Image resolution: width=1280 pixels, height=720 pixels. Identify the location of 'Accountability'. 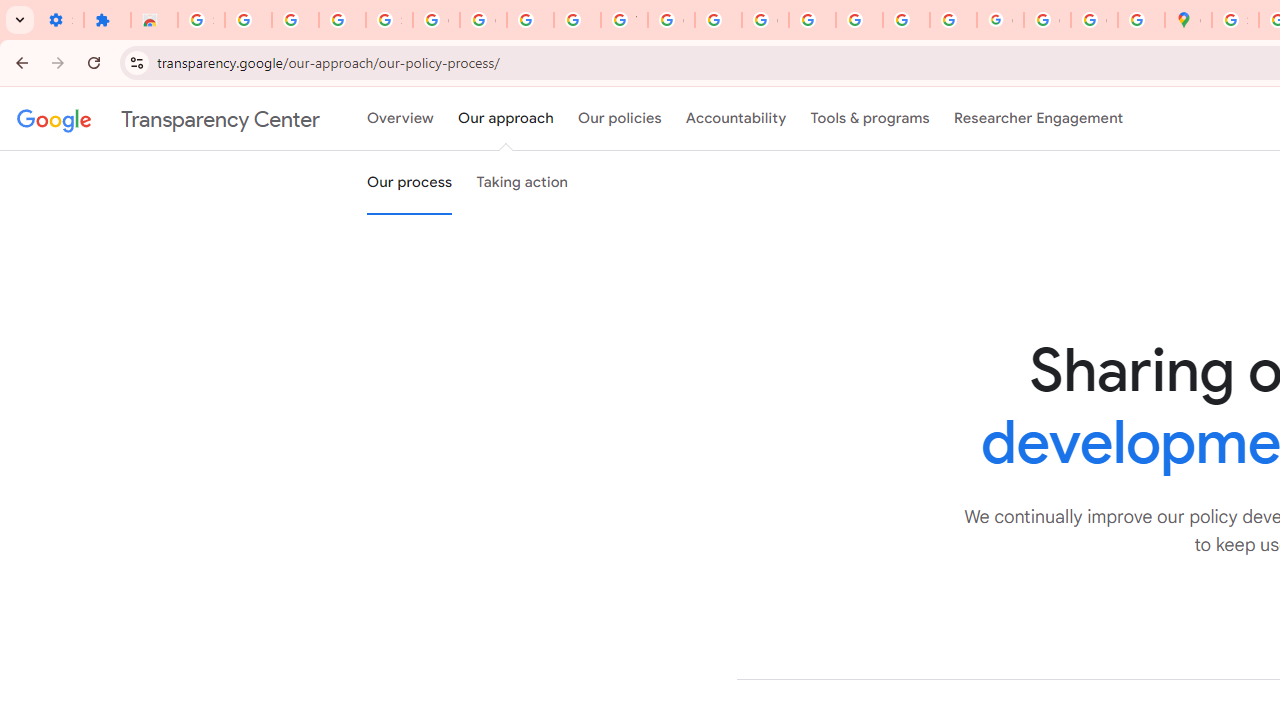
(735, 119).